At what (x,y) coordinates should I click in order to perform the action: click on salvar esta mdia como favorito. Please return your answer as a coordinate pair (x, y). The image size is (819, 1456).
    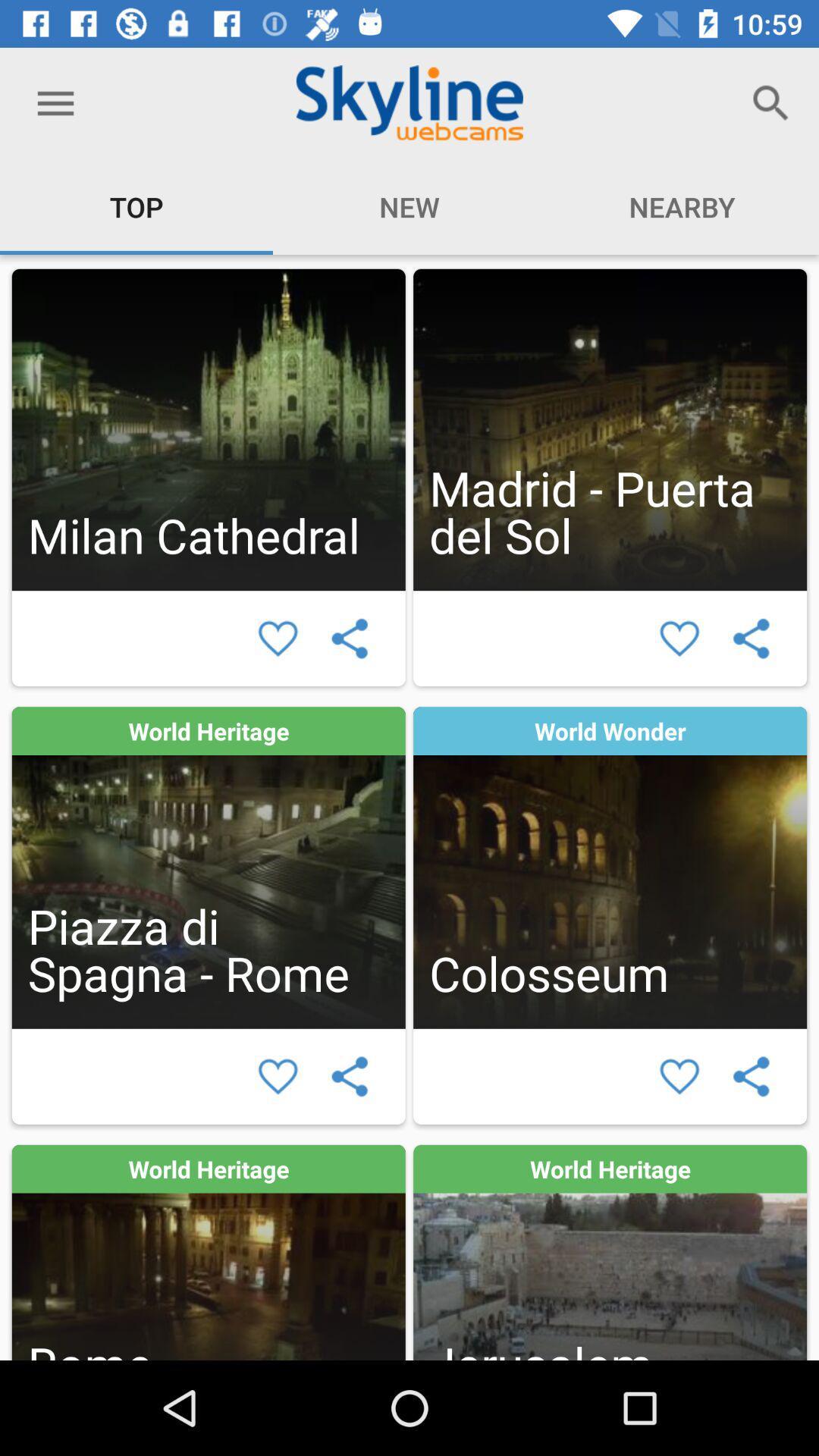
    Looking at the image, I should click on (278, 1075).